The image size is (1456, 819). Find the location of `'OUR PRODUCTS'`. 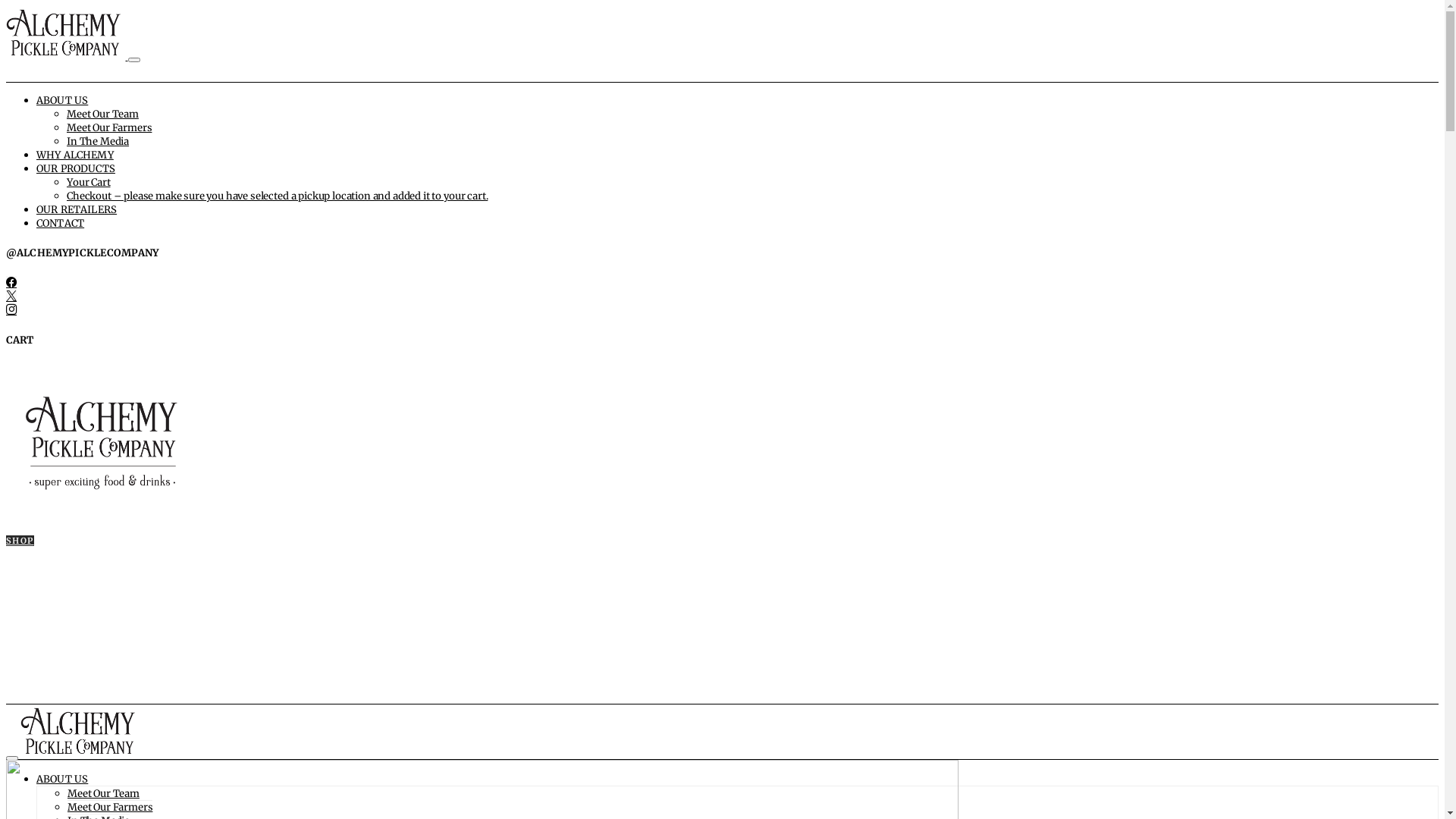

'OUR PRODUCTS' is located at coordinates (75, 168).